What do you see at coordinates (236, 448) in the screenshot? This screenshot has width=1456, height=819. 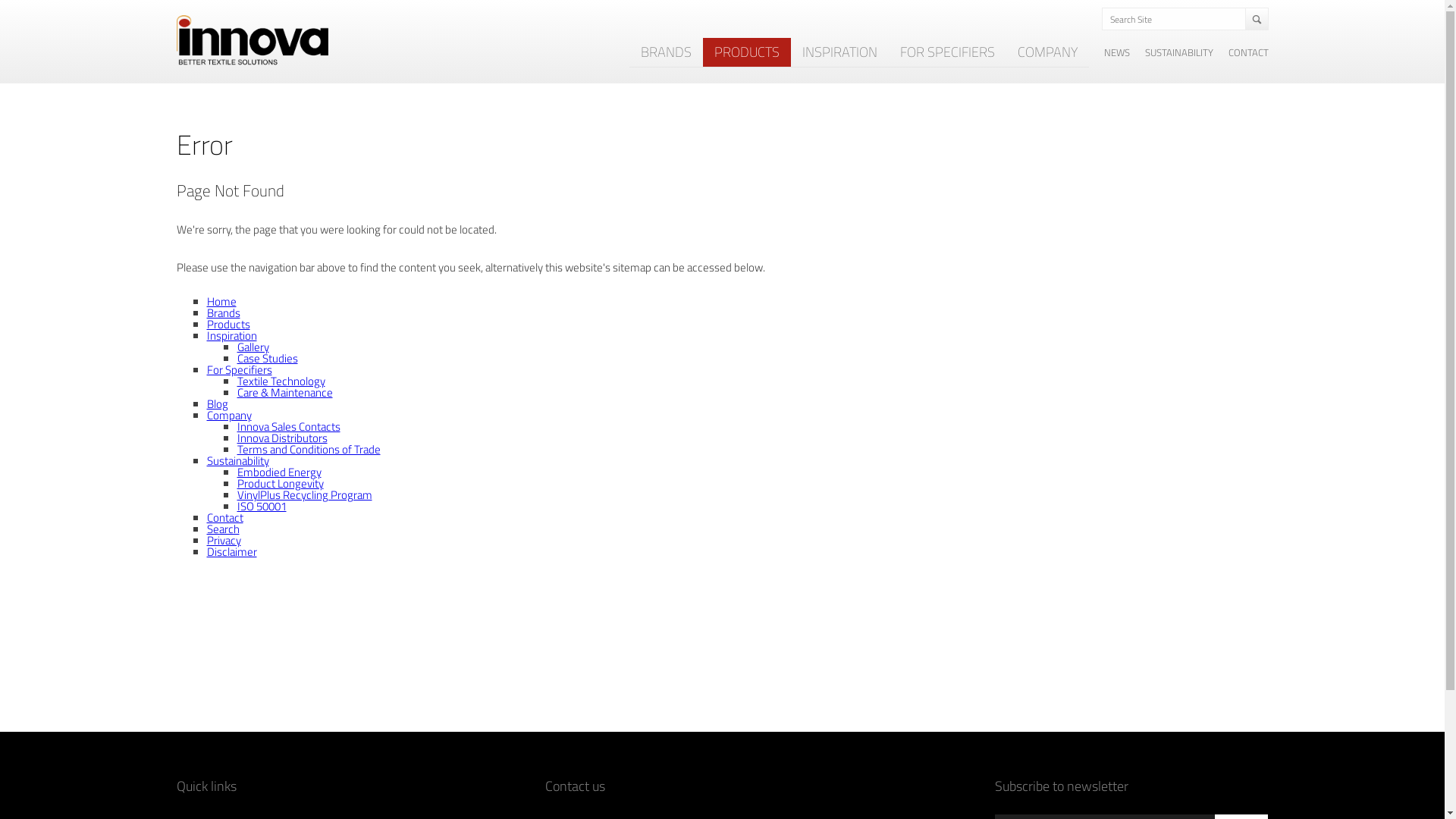 I see `'Terms and Conditions of Trade'` at bounding box center [236, 448].